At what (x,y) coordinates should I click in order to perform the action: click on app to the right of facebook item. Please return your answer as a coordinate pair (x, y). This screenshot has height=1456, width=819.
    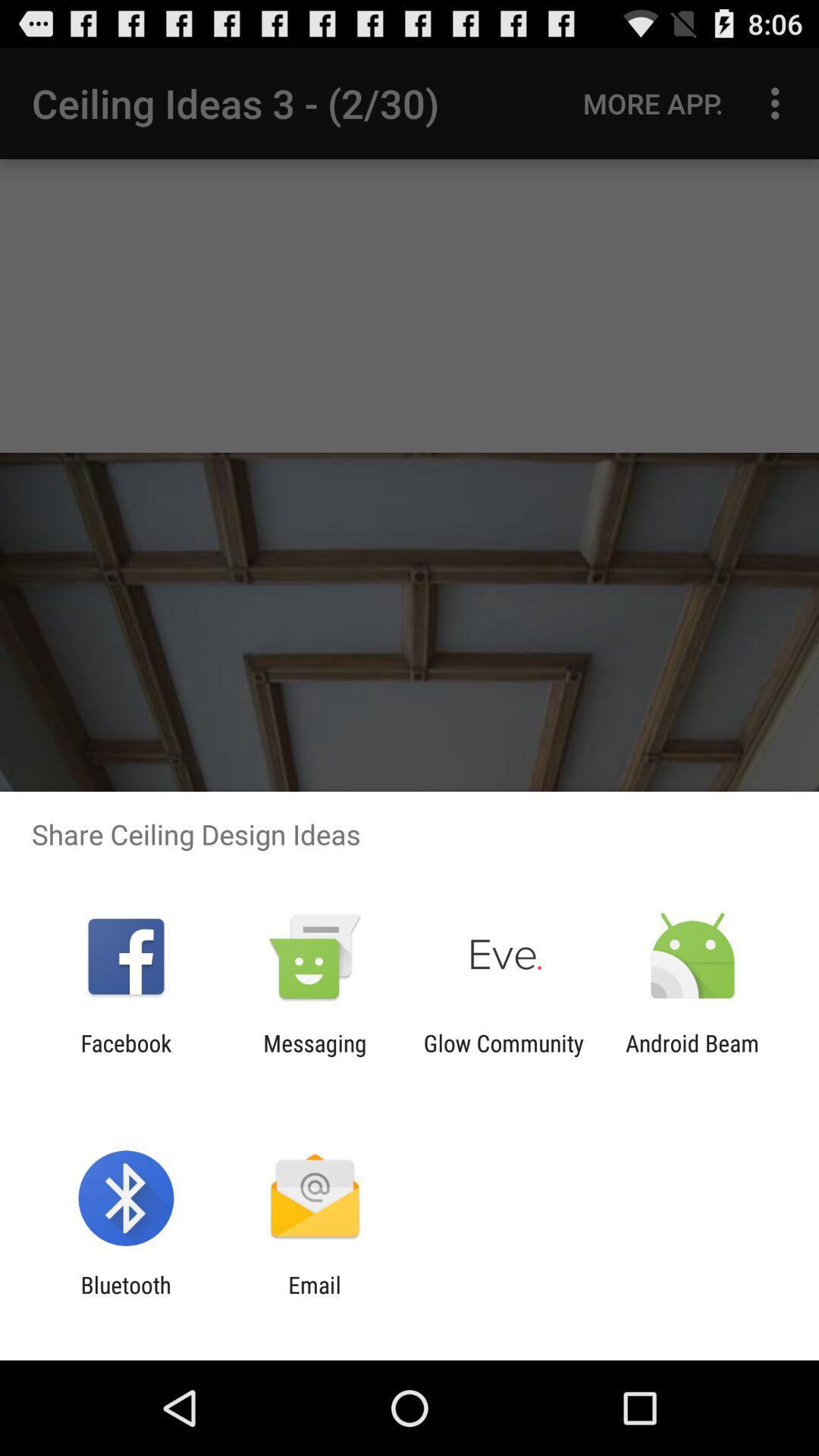
    Looking at the image, I should click on (314, 1056).